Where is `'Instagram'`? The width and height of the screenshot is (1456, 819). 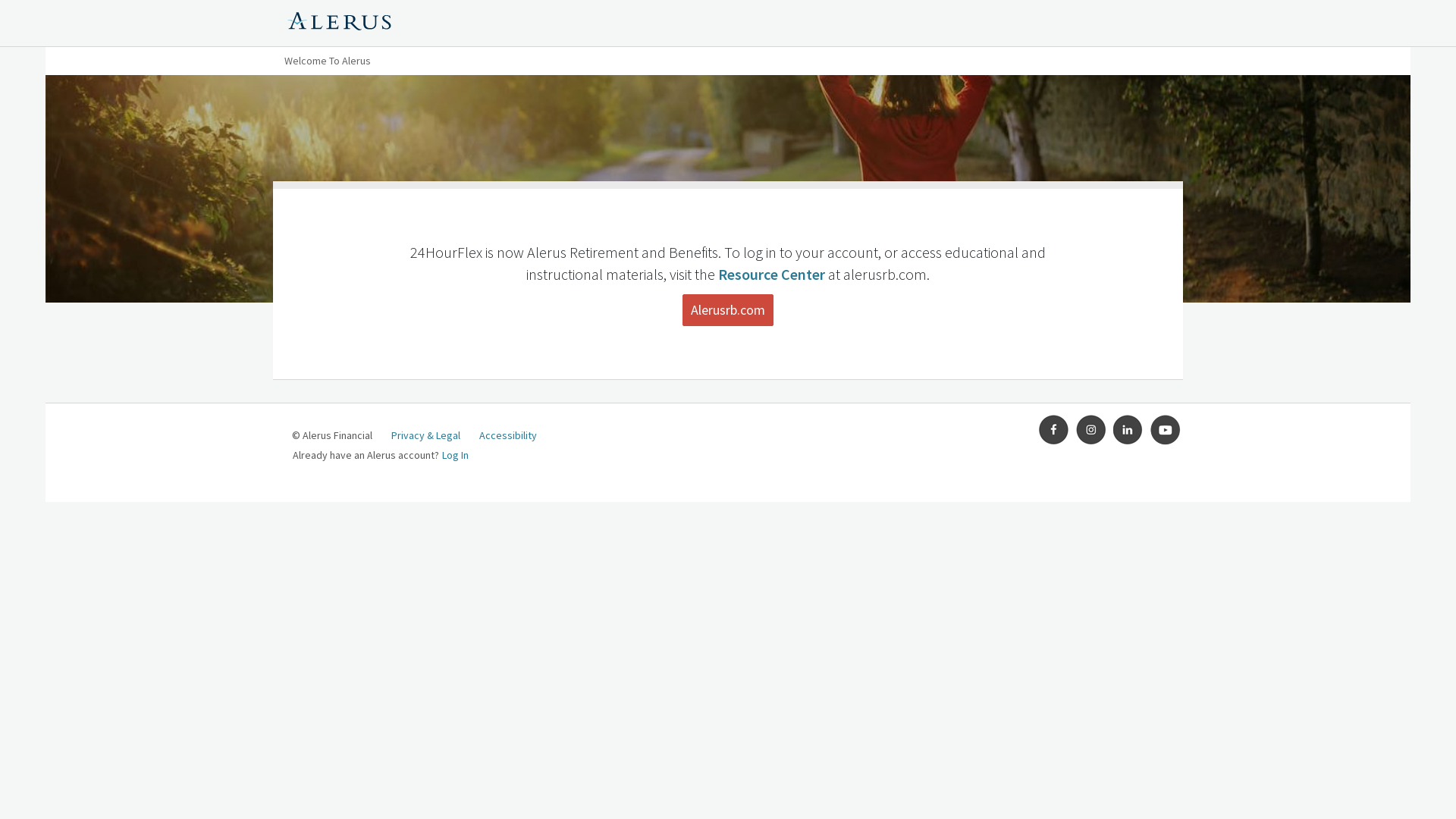
'Instagram' is located at coordinates (1090, 430).